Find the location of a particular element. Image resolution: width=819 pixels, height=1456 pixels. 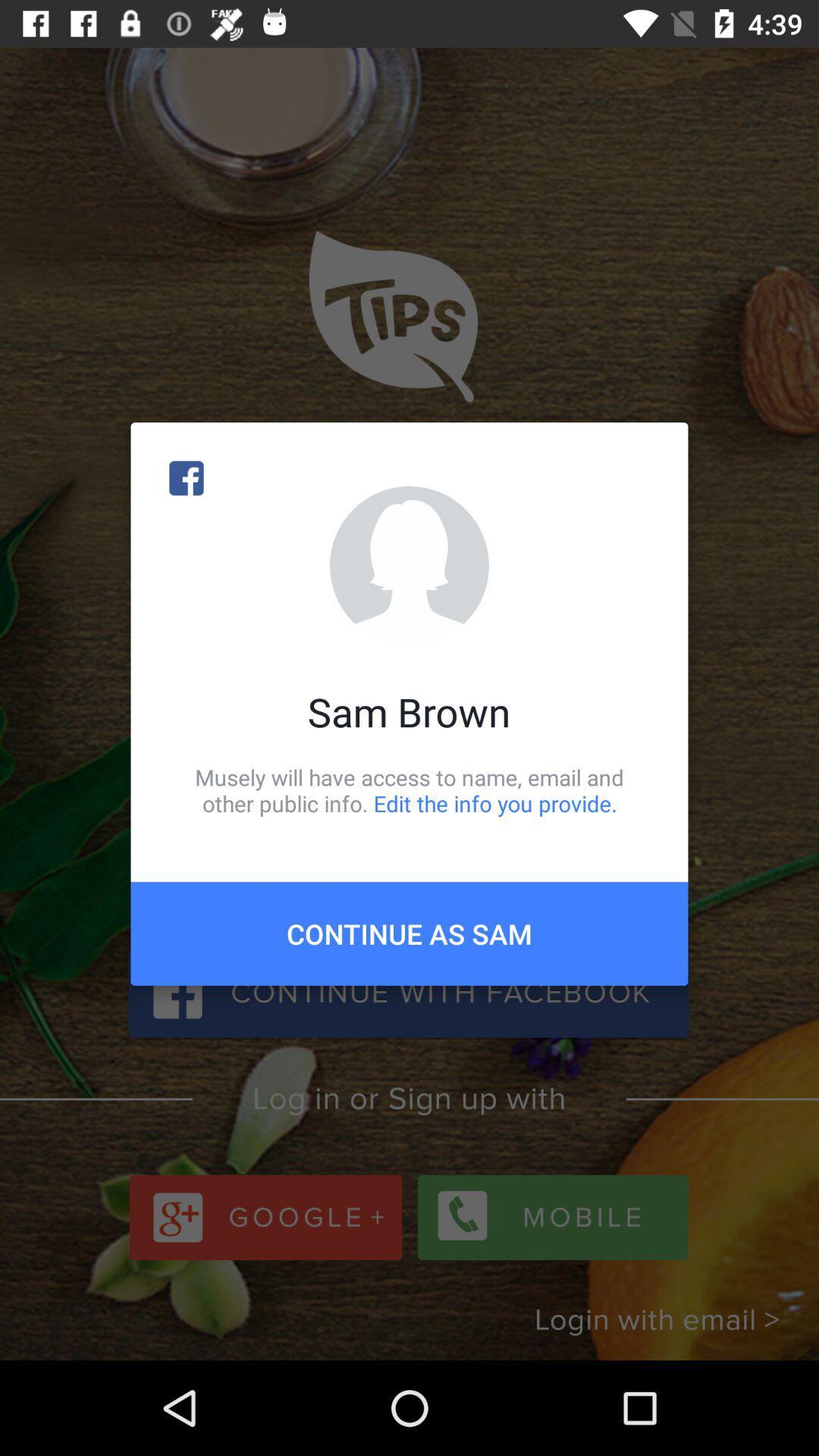

the icon below the sam brown icon is located at coordinates (409, 789).